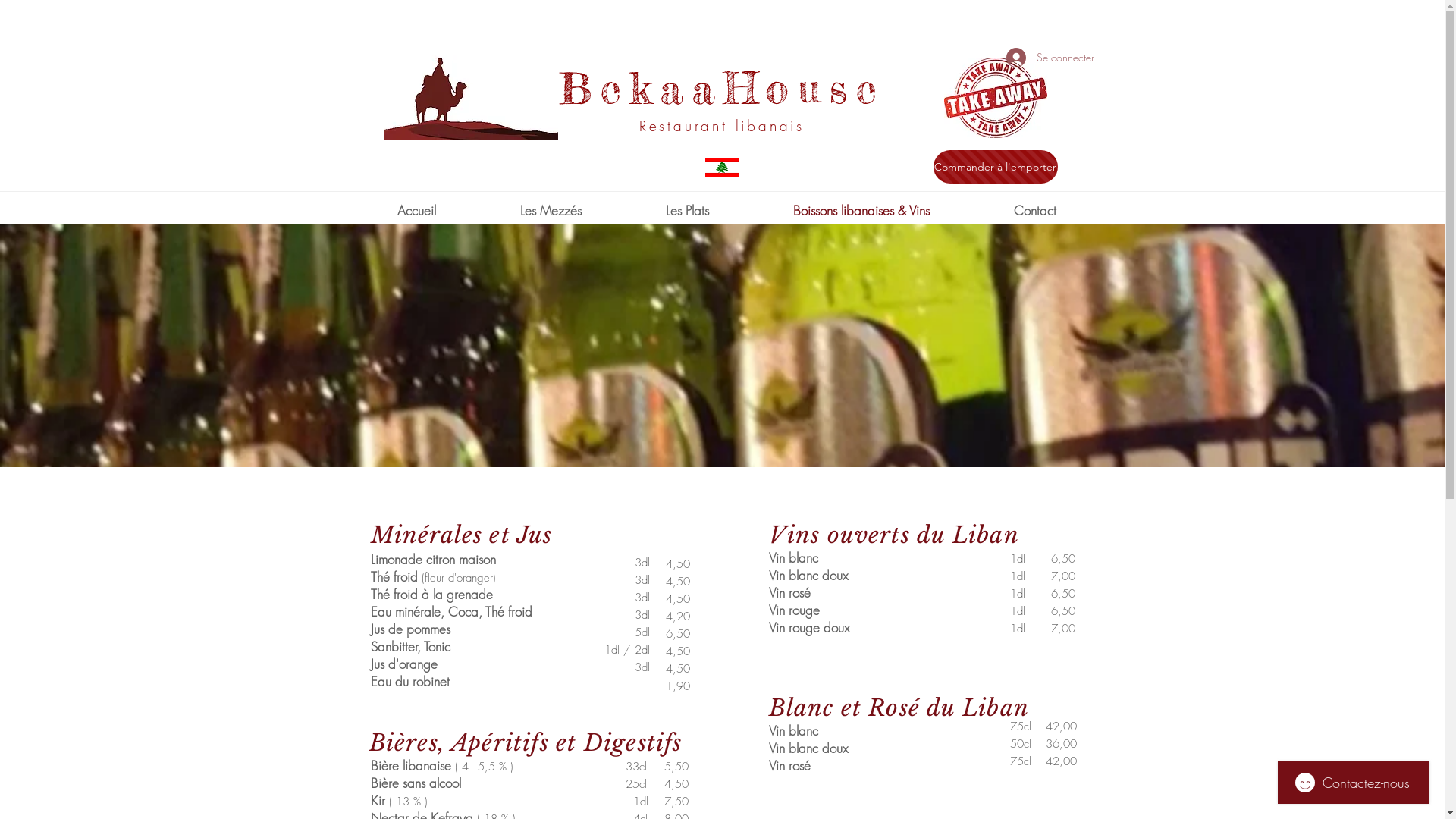 The image size is (1456, 819). Describe the element at coordinates (994, 57) in the screenshot. I see `'Se connecter'` at that location.